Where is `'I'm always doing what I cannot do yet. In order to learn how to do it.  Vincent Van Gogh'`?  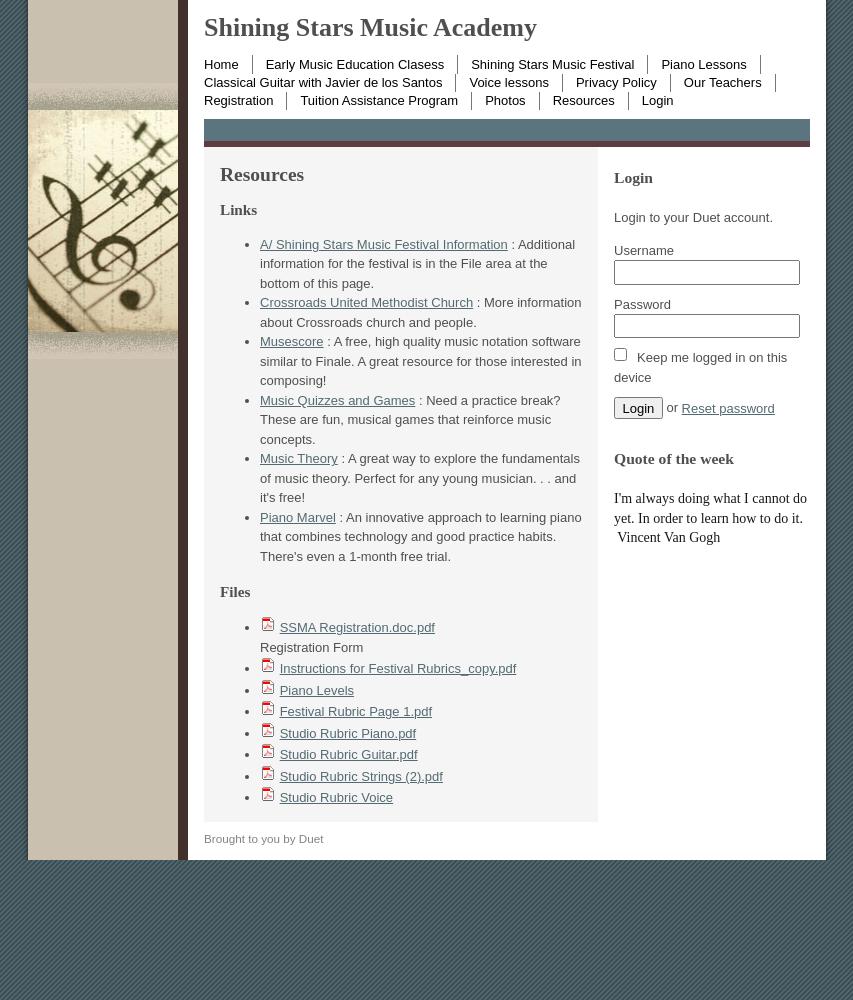 'I'm always doing what I cannot do yet. In order to learn how to do it.  Vincent Van Gogh' is located at coordinates (710, 518).